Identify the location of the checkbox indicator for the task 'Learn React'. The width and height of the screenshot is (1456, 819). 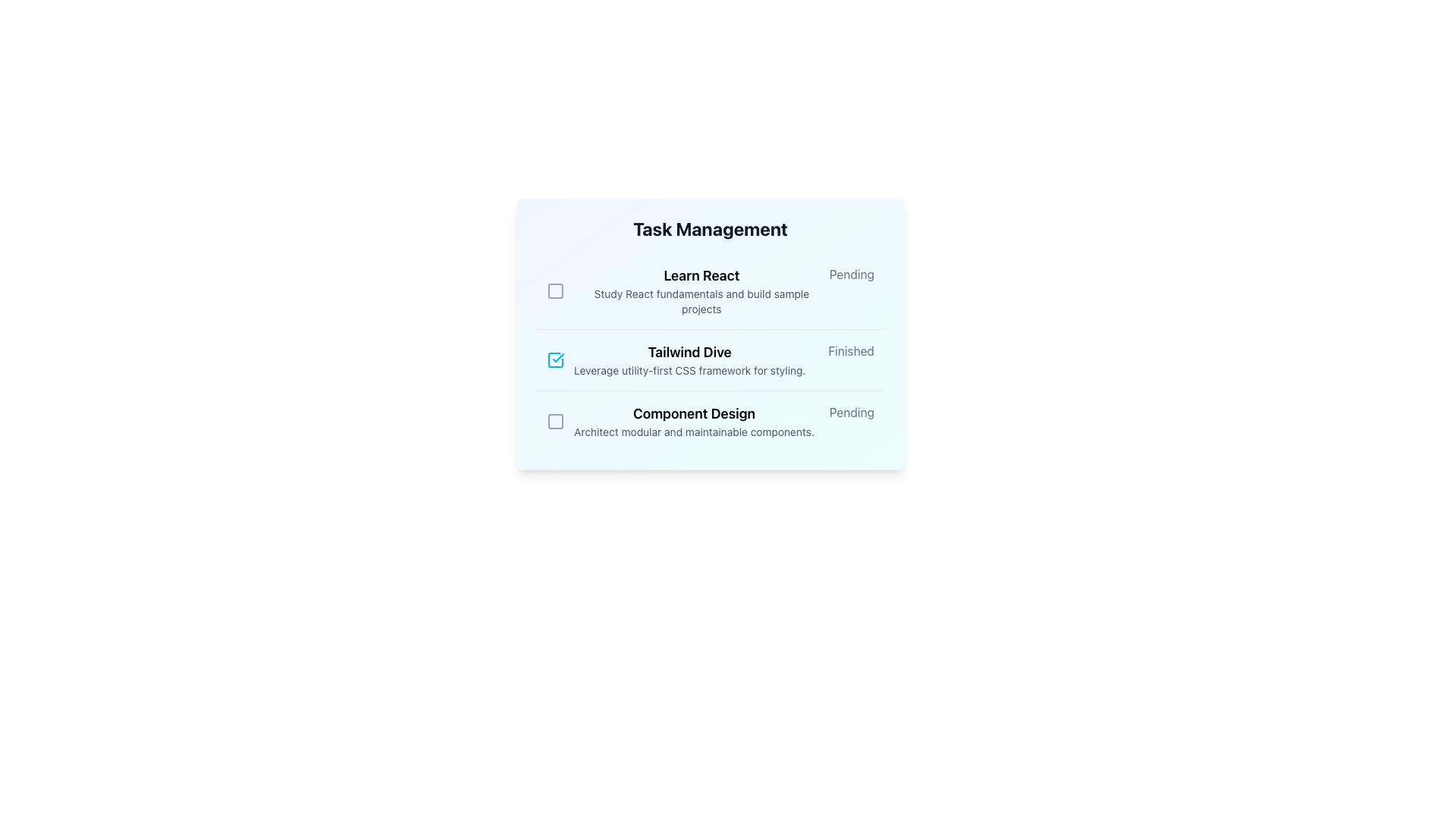
(554, 291).